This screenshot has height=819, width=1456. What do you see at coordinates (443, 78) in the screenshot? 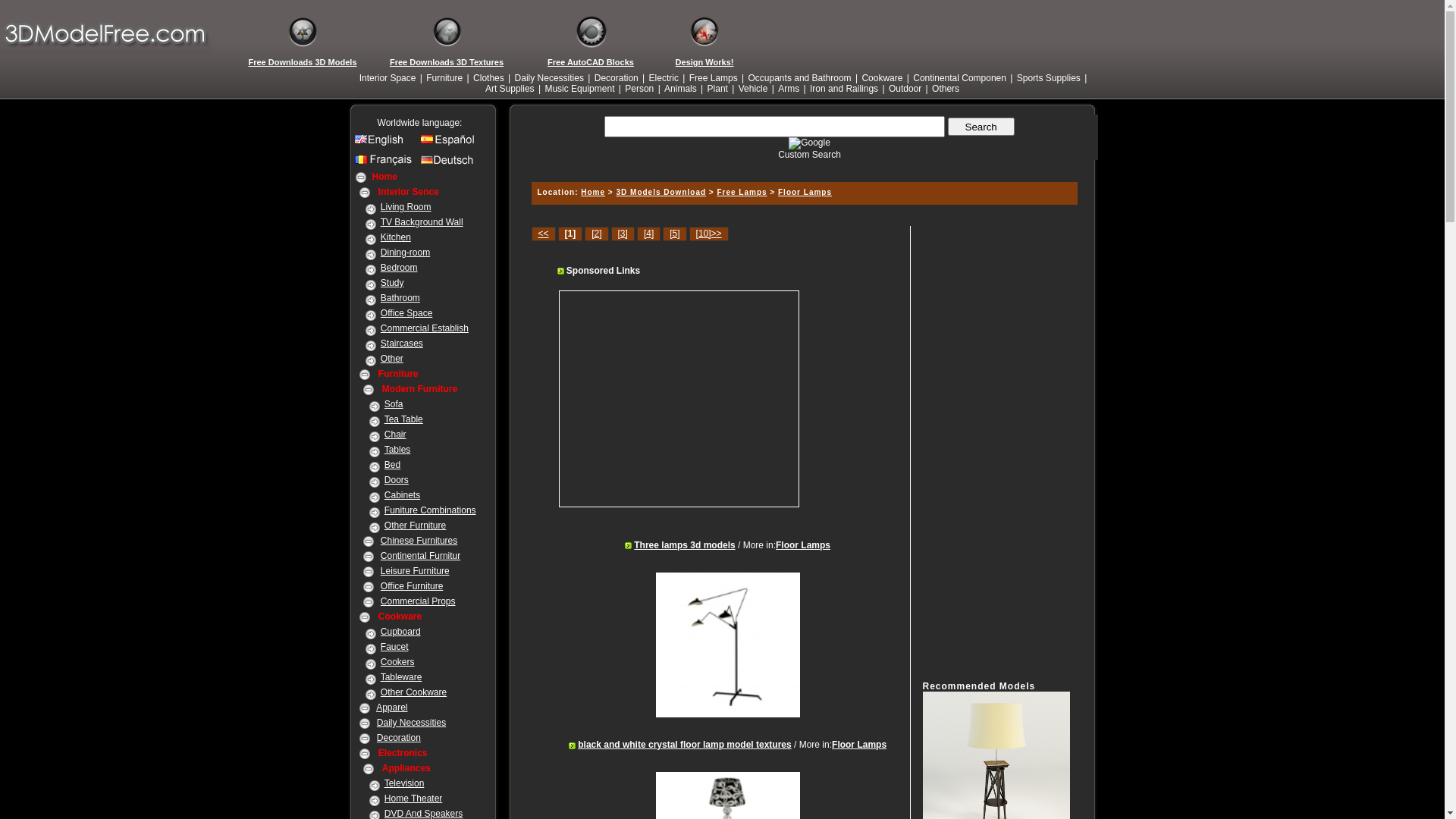
I see `'Furniture'` at bounding box center [443, 78].